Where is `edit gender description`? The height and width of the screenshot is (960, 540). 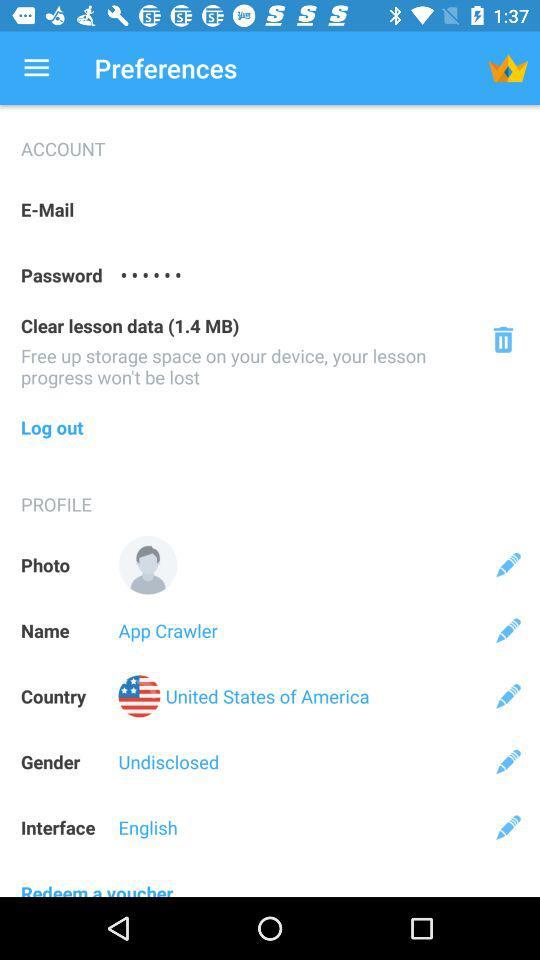
edit gender description is located at coordinates (508, 760).